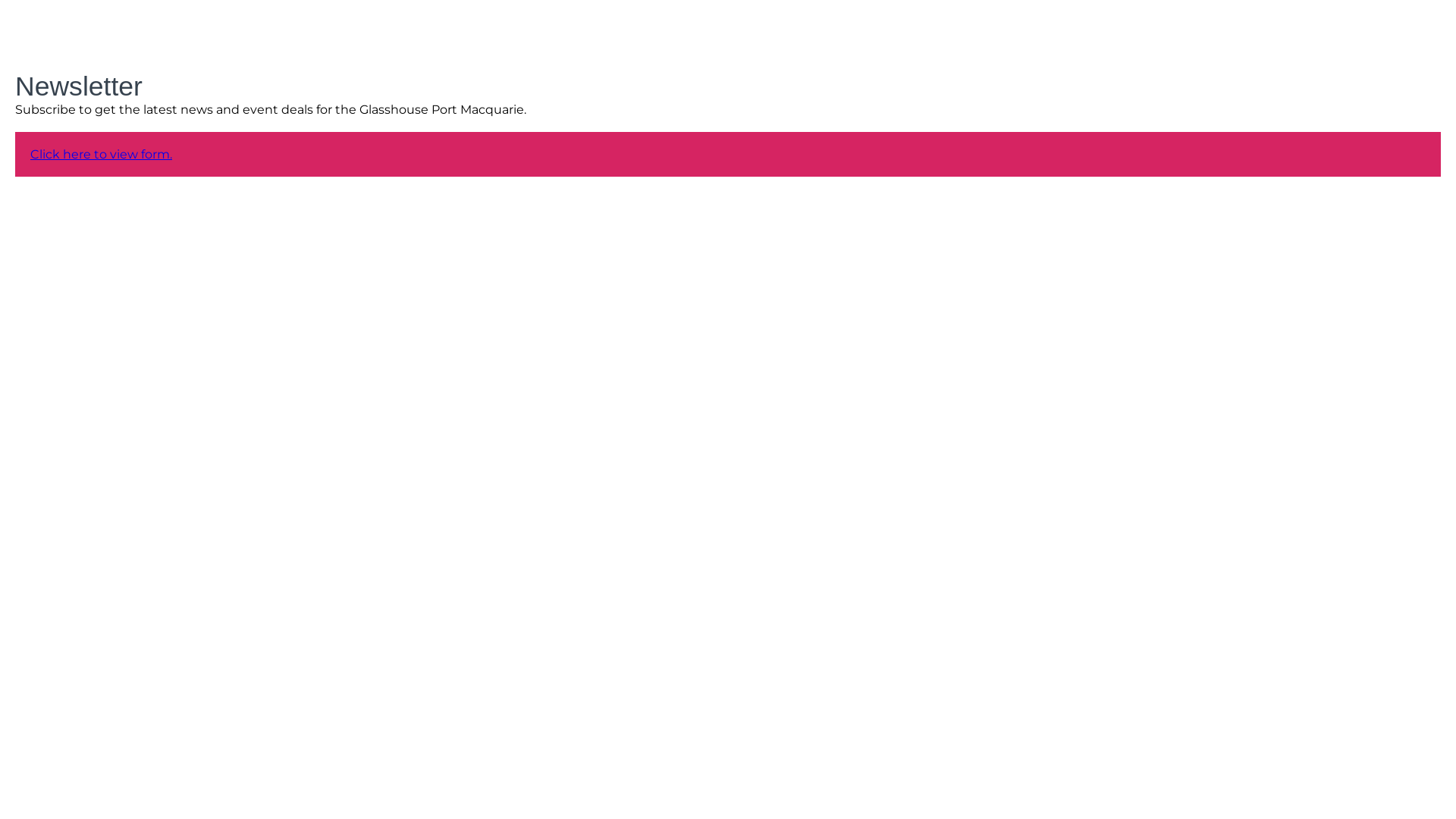  I want to click on 'Click here to view form.', so click(100, 154).